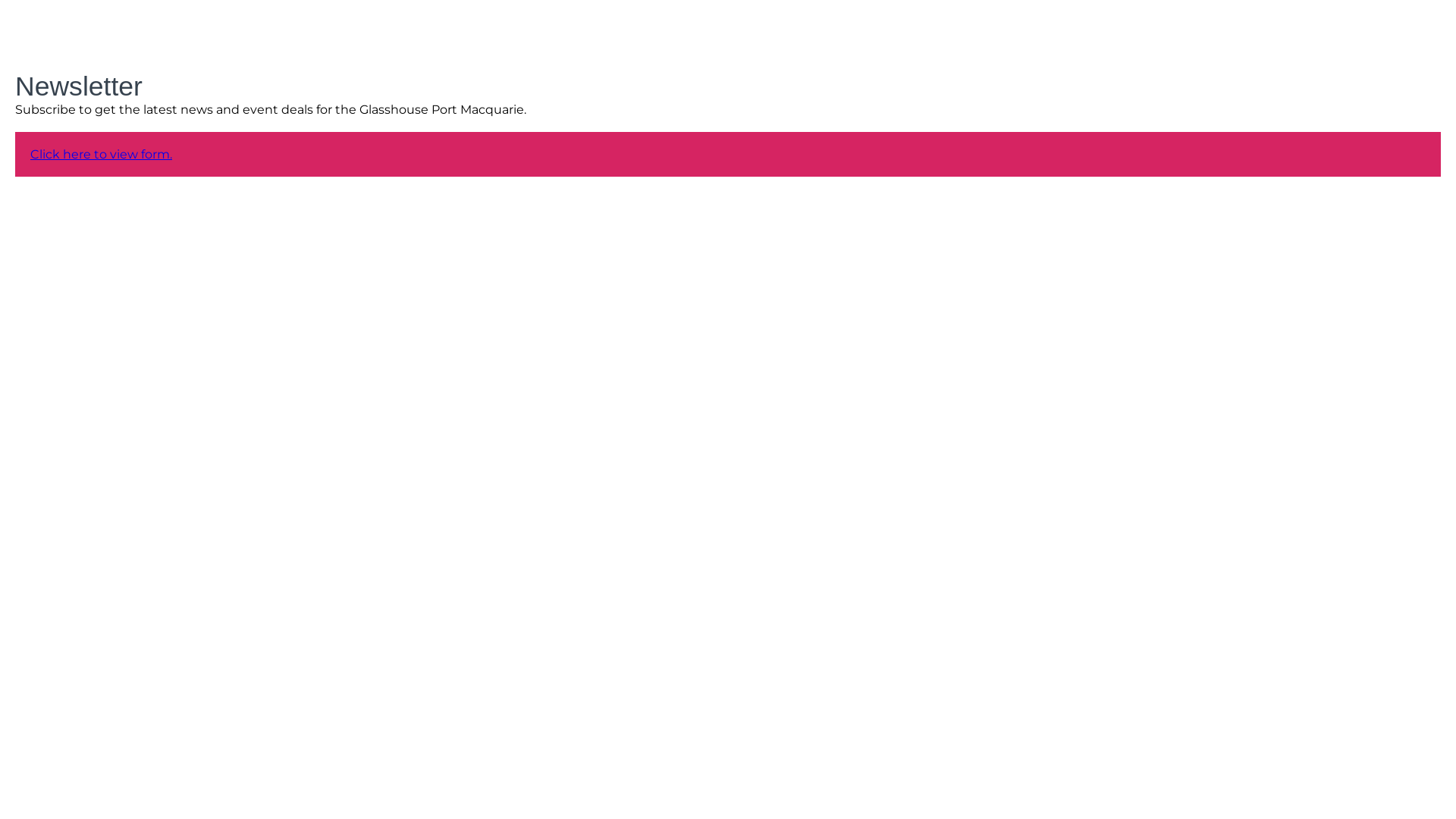  I want to click on 'Click here to view form.', so click(100, 154).